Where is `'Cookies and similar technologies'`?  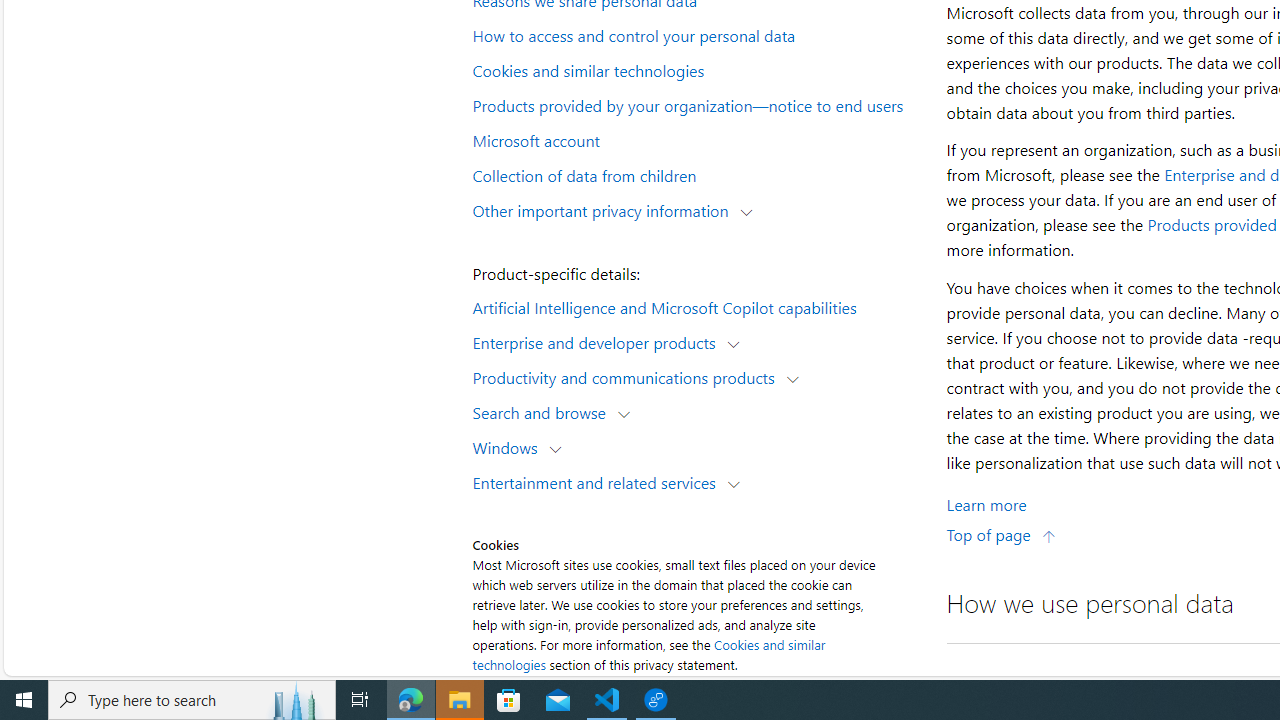 'Cookies and similar technologies' is located at coordinates (696, 68).